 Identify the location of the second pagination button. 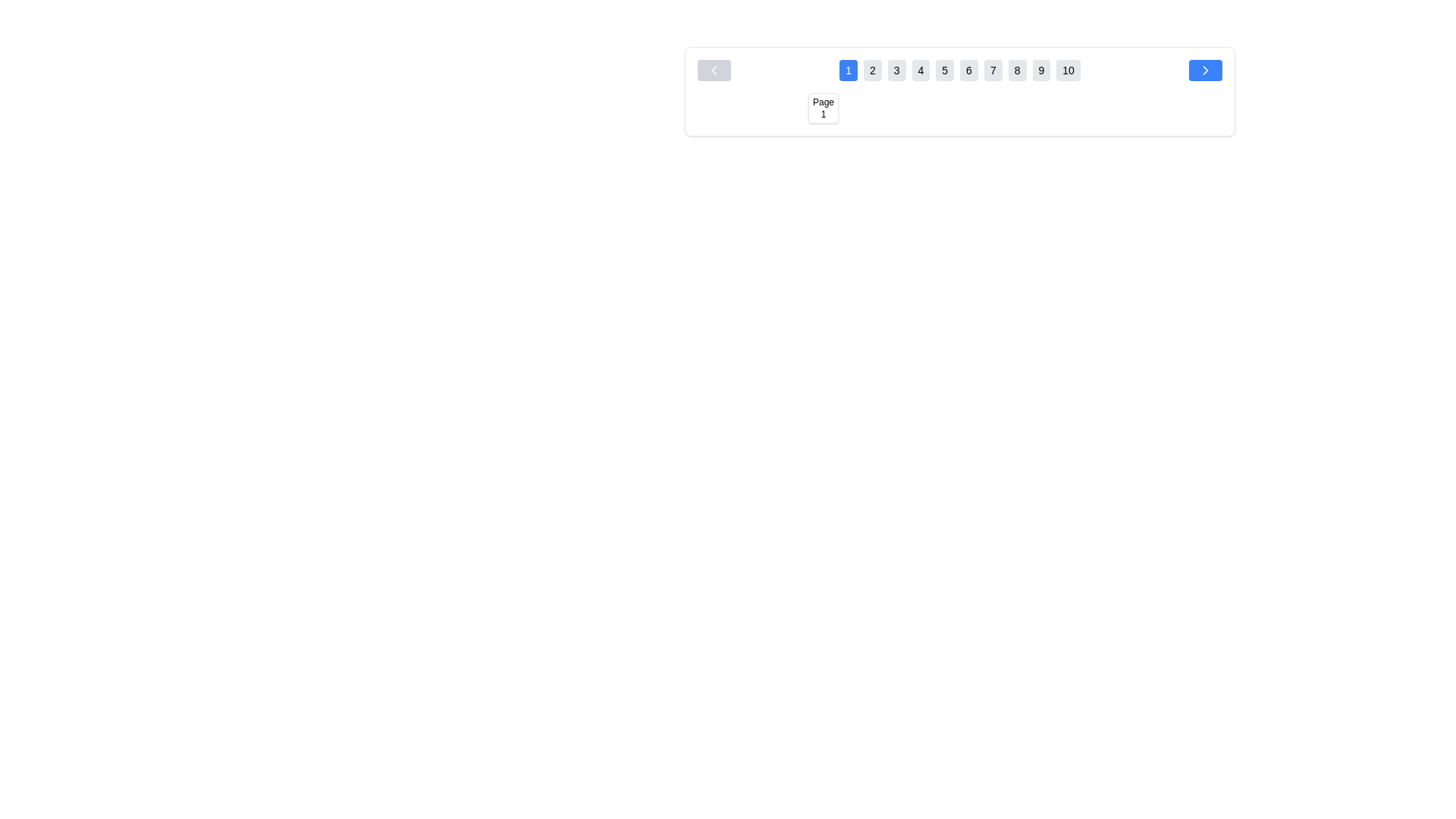
(872, 70).